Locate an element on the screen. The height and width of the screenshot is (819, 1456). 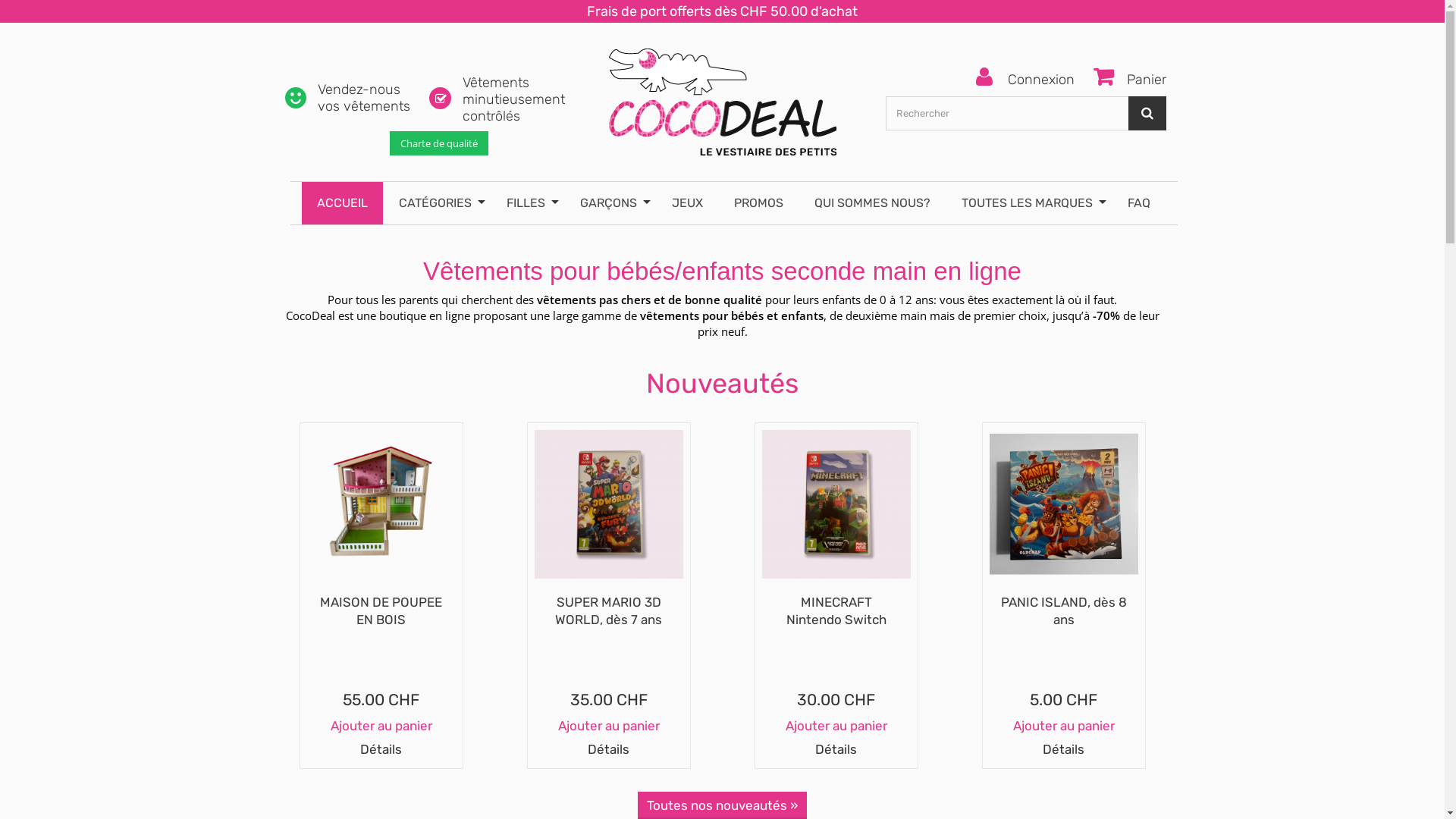
'MINECRAFT Nintendo Switch' is located at coordinates (836, 610).